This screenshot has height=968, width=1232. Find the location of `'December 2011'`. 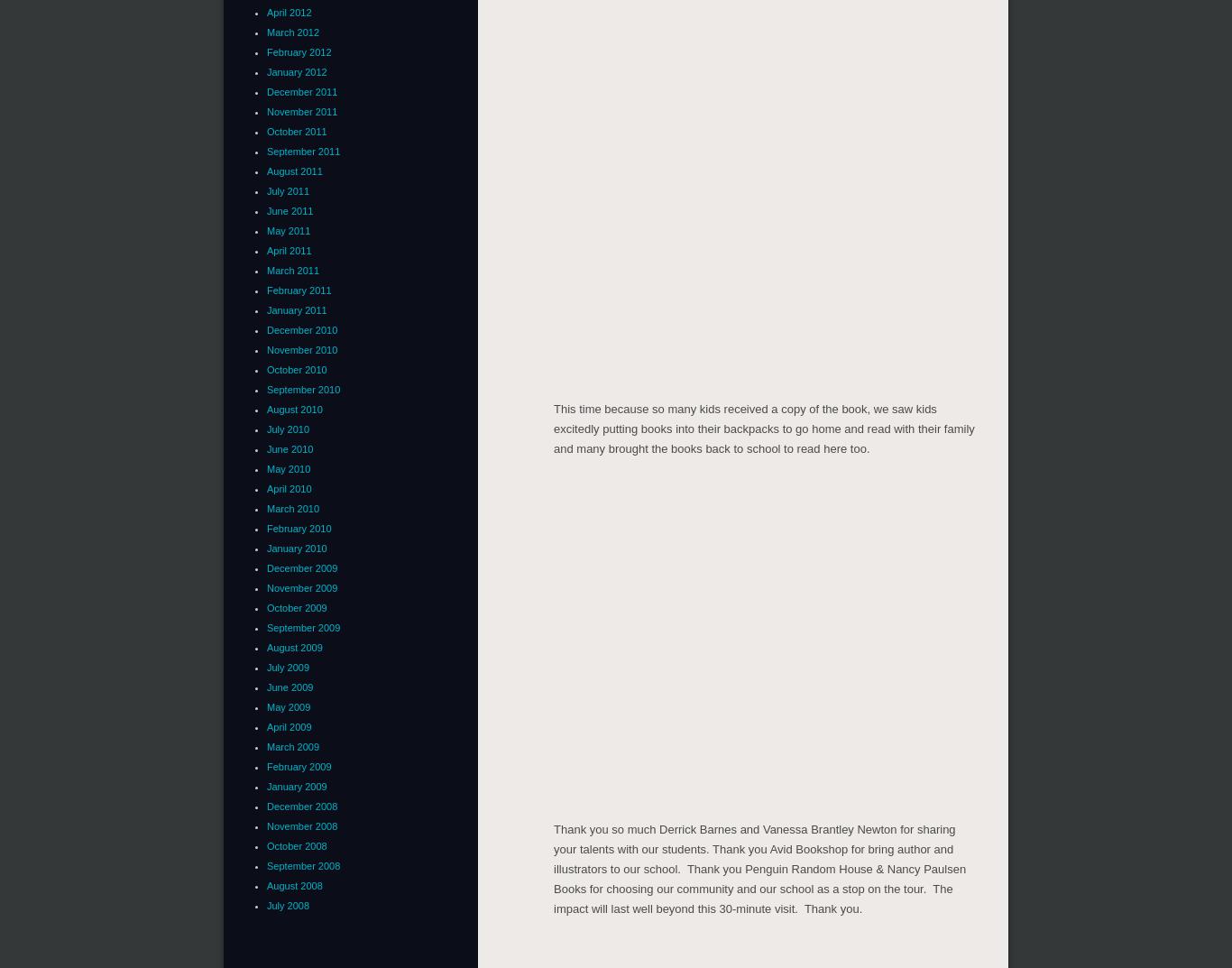

'December 2011' is located at coordinates (301, 90).